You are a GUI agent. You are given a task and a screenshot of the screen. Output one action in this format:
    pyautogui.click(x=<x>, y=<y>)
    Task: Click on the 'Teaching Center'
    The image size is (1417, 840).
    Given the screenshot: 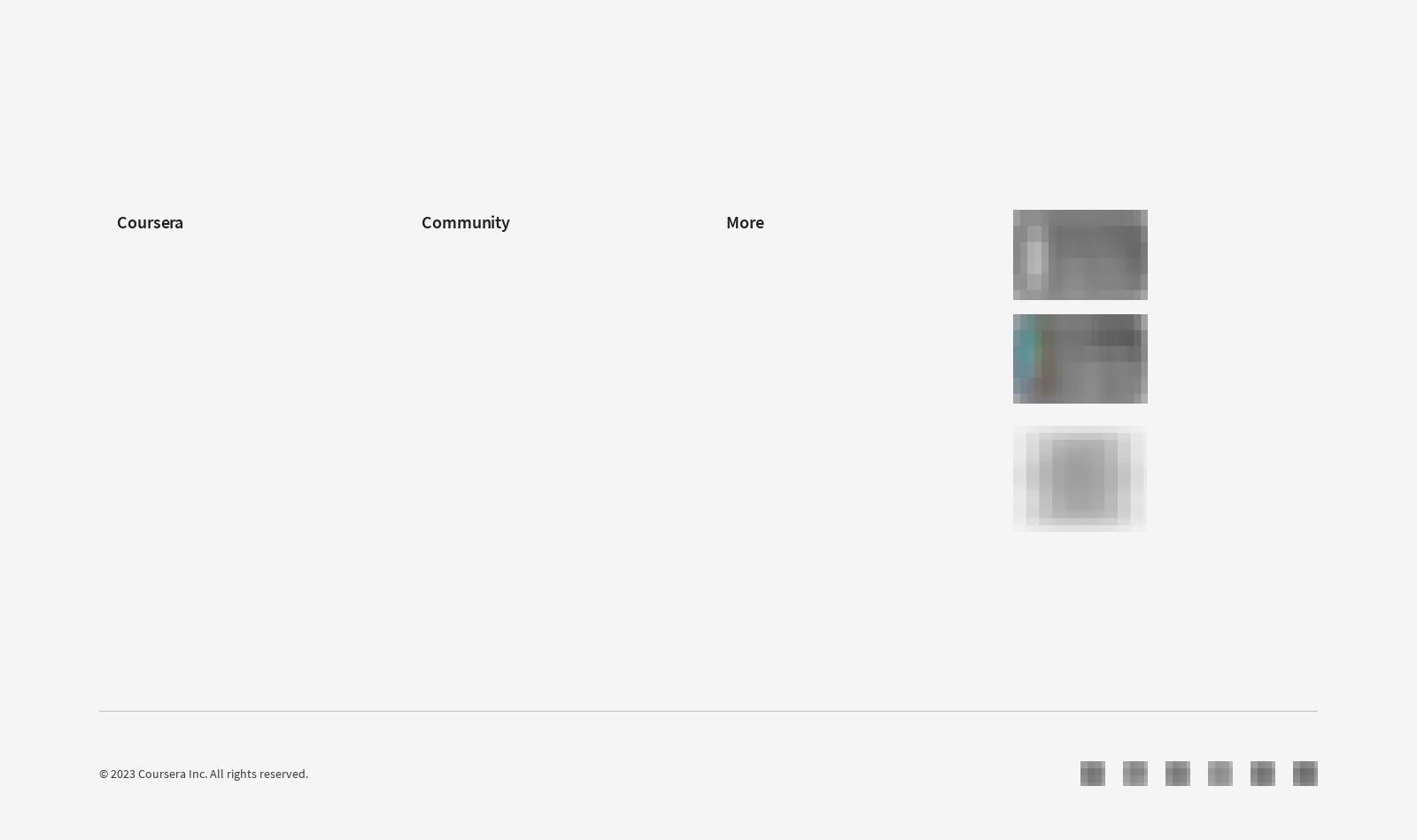 What is the action you would take?
    pyautogui.click(x=421, y=412)
    